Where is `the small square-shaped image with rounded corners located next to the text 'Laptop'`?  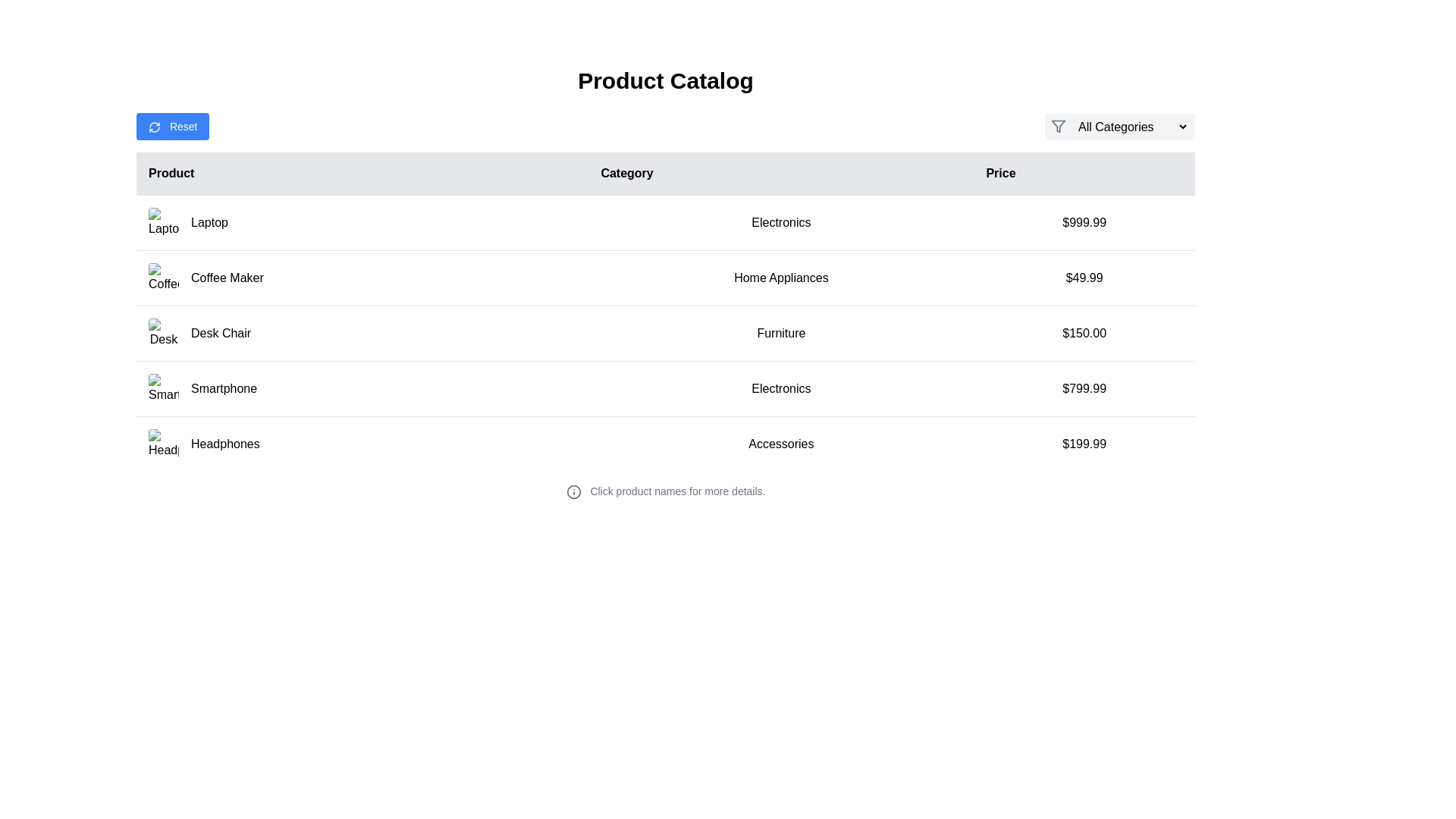
the small square-shaped image with rounded corners located next to the text 'Laptop' is located at coordinates (164, 222).